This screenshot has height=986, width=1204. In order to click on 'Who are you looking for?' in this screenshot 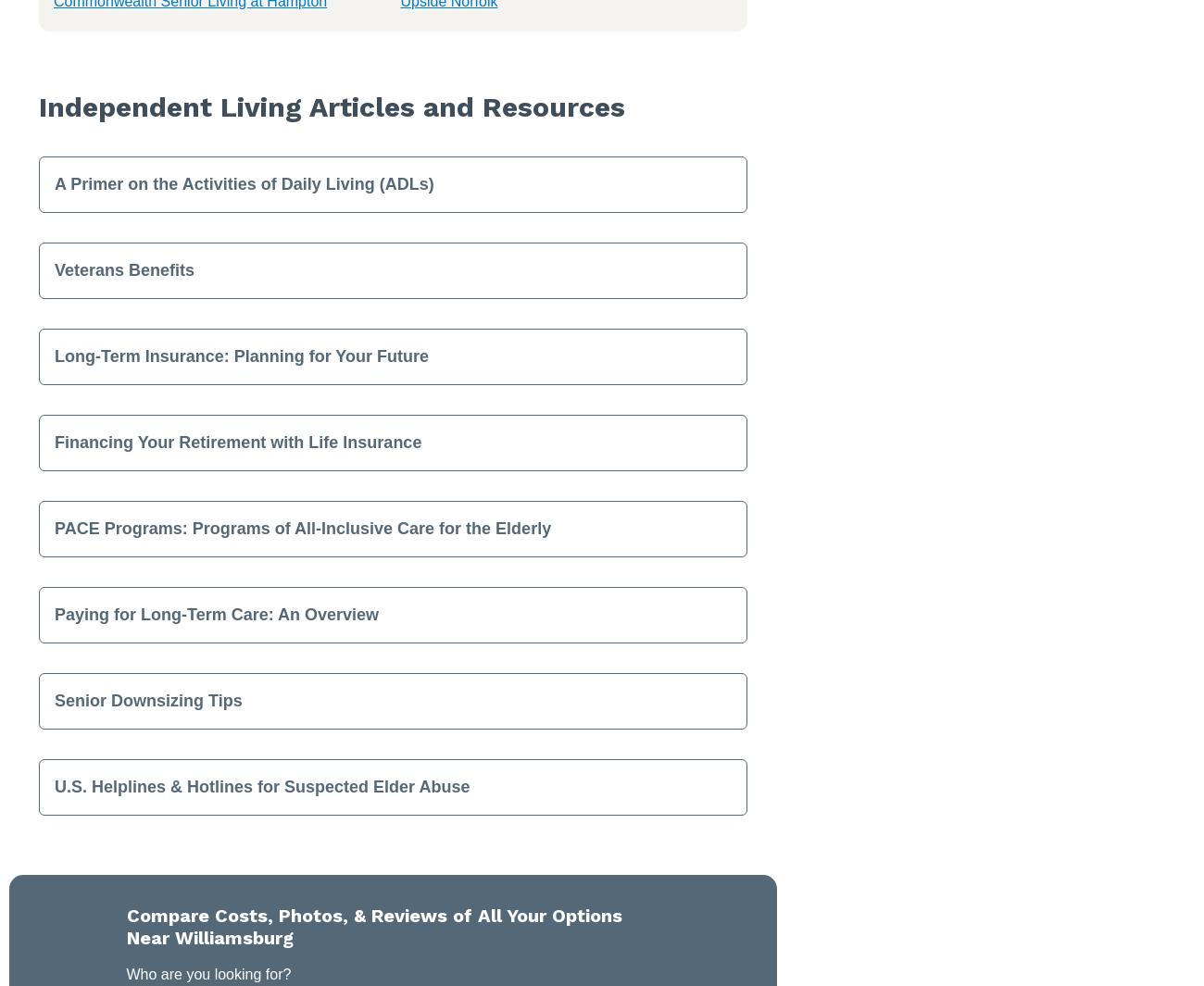, I will do `click(207, 973)`.